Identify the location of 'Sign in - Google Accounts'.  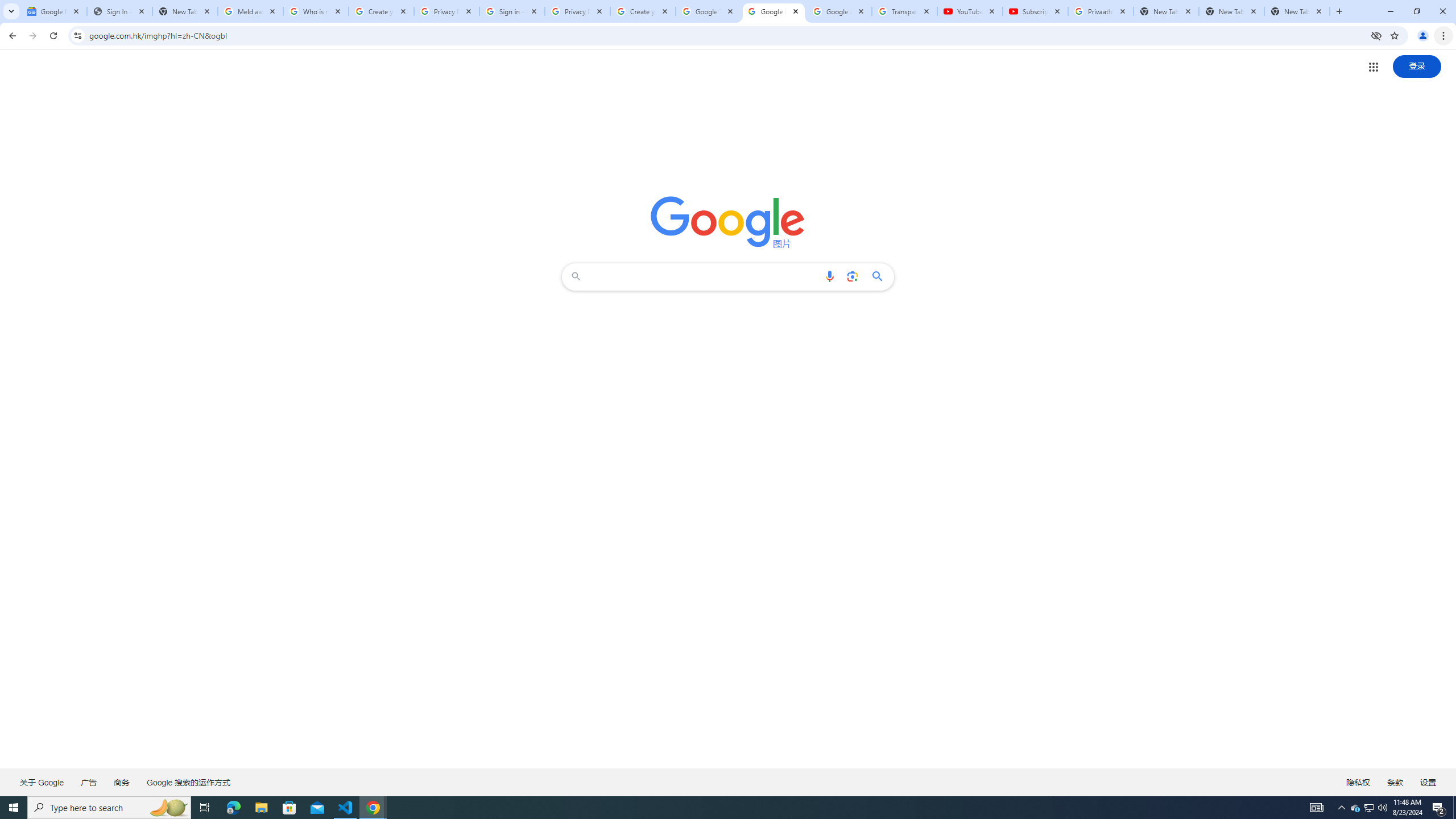
(512, 11).